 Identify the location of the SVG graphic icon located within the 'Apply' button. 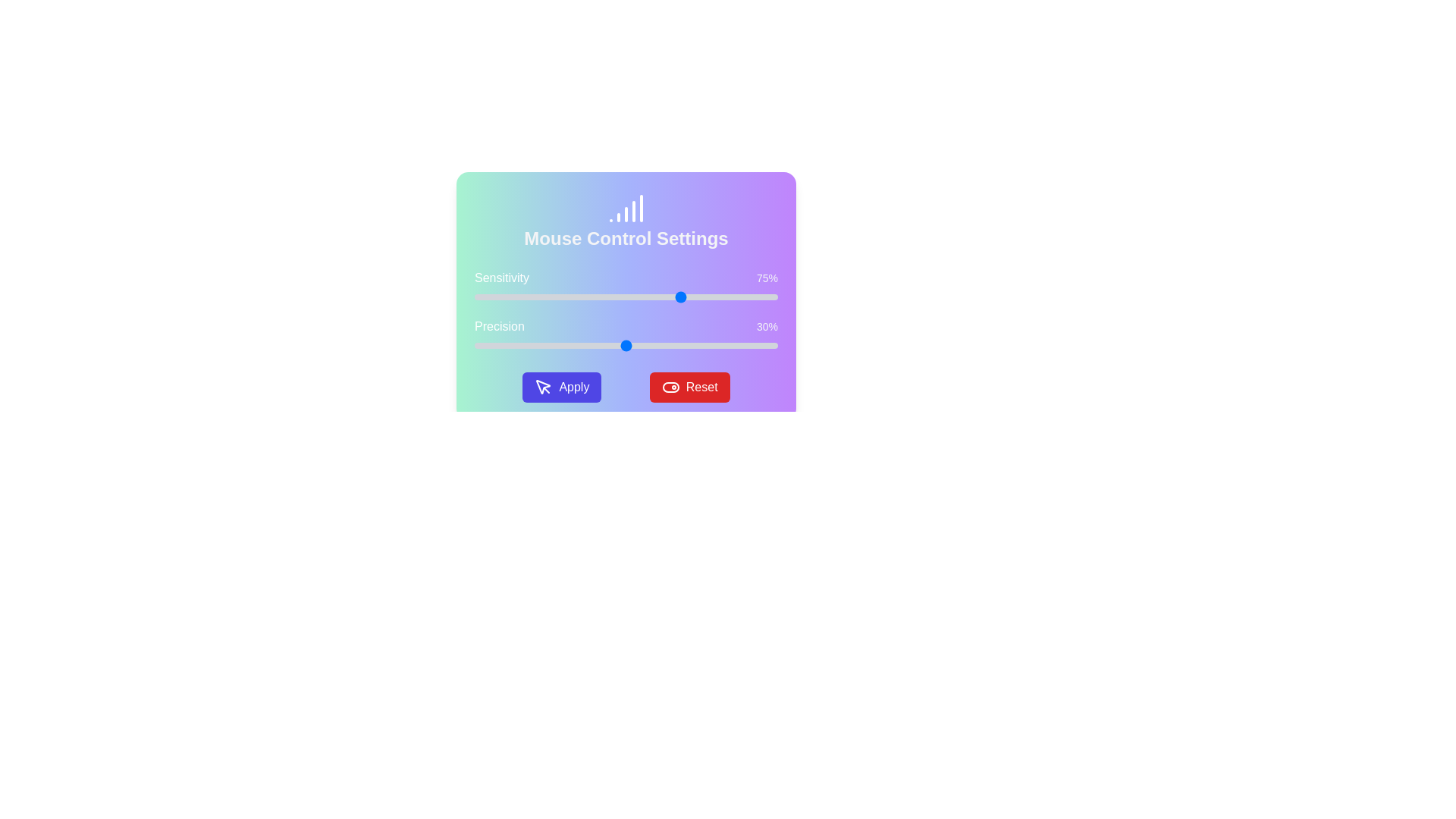
(544, 386).